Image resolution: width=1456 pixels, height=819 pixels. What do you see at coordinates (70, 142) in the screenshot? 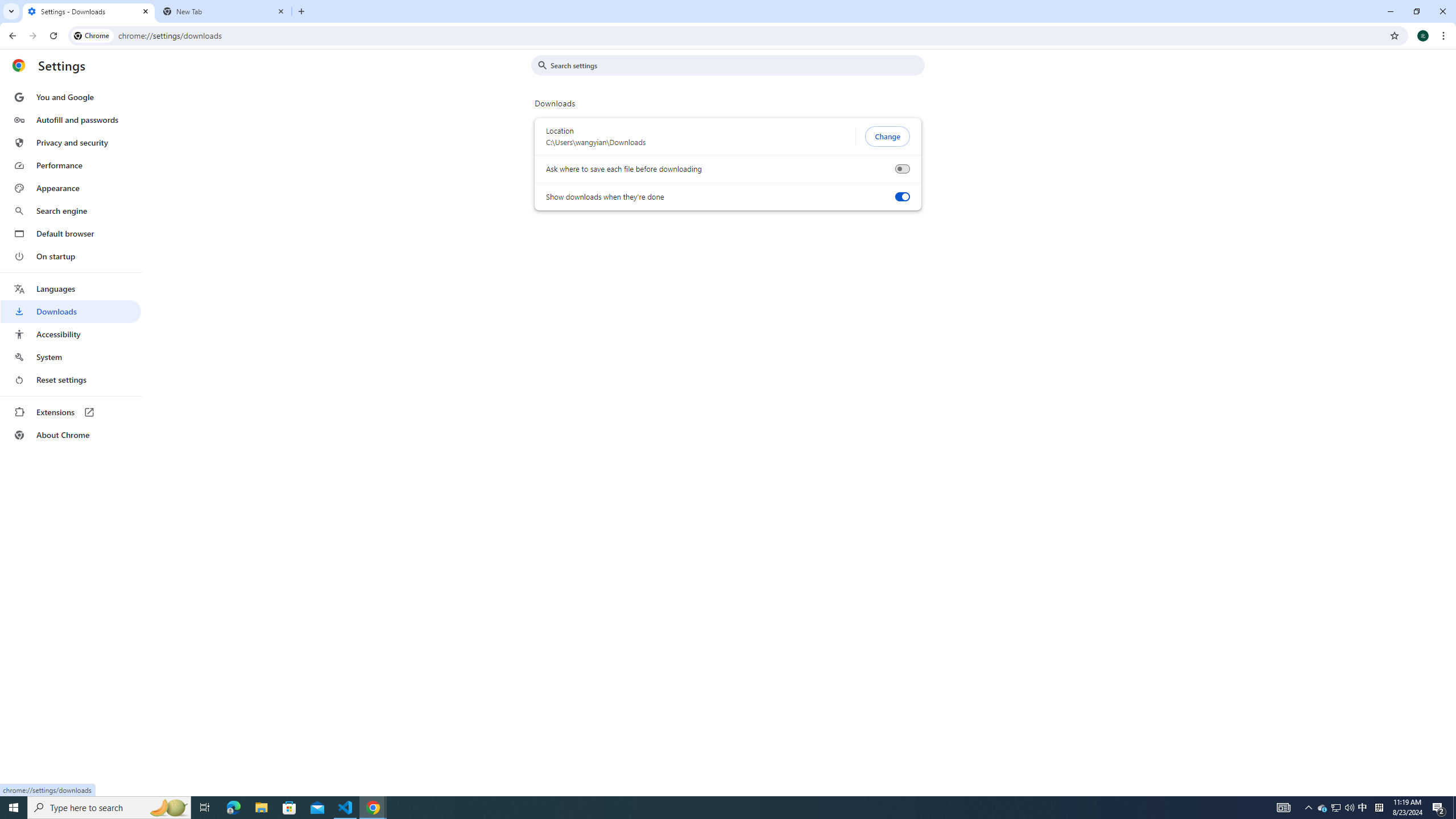
I see `'Privacy and security'` at bounding box center [70, 142].